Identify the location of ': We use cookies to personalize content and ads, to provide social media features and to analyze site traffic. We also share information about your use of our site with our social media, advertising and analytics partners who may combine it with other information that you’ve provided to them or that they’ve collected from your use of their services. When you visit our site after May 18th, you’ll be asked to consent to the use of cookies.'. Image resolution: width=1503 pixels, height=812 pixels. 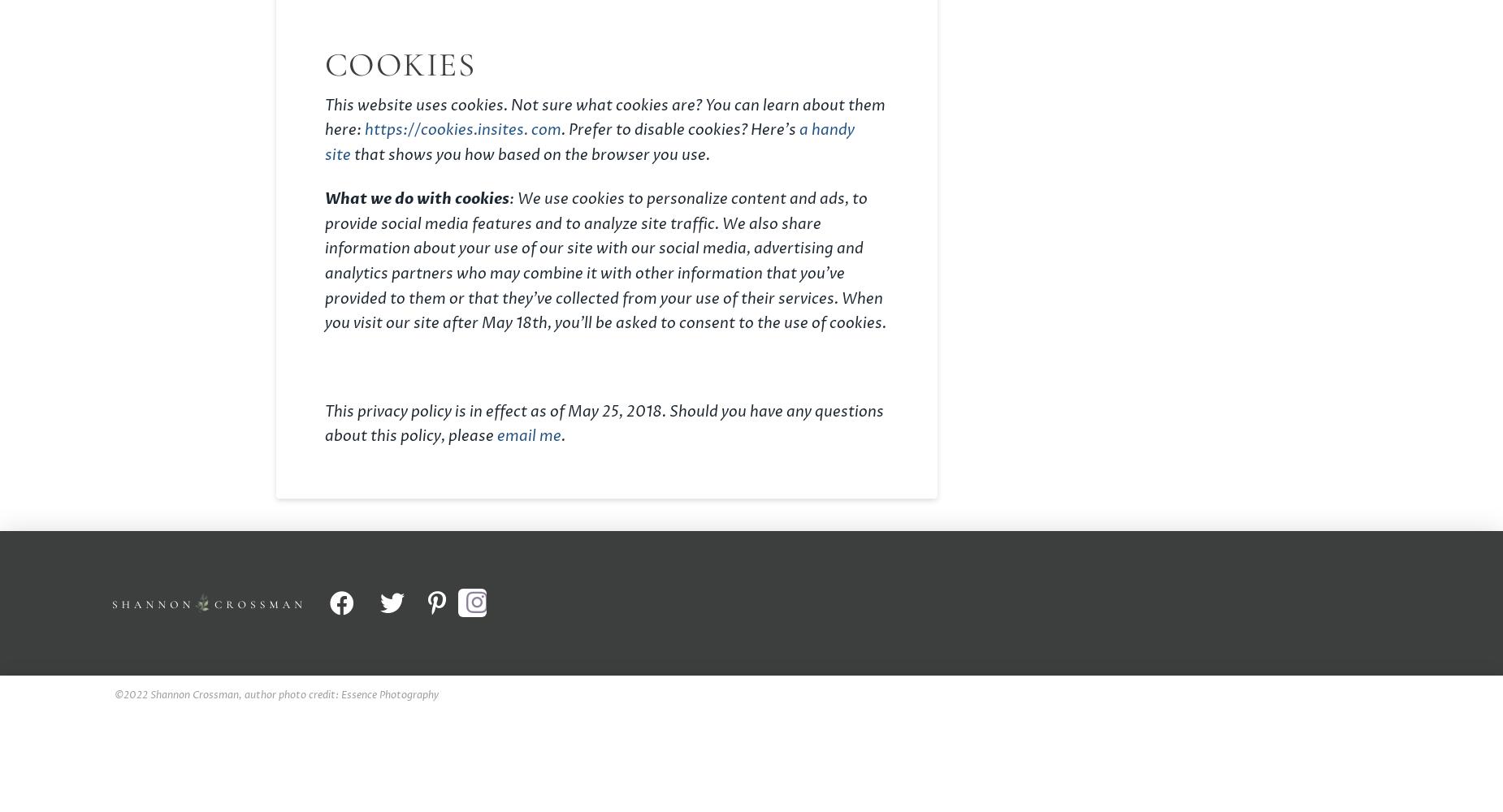
(605, 261).